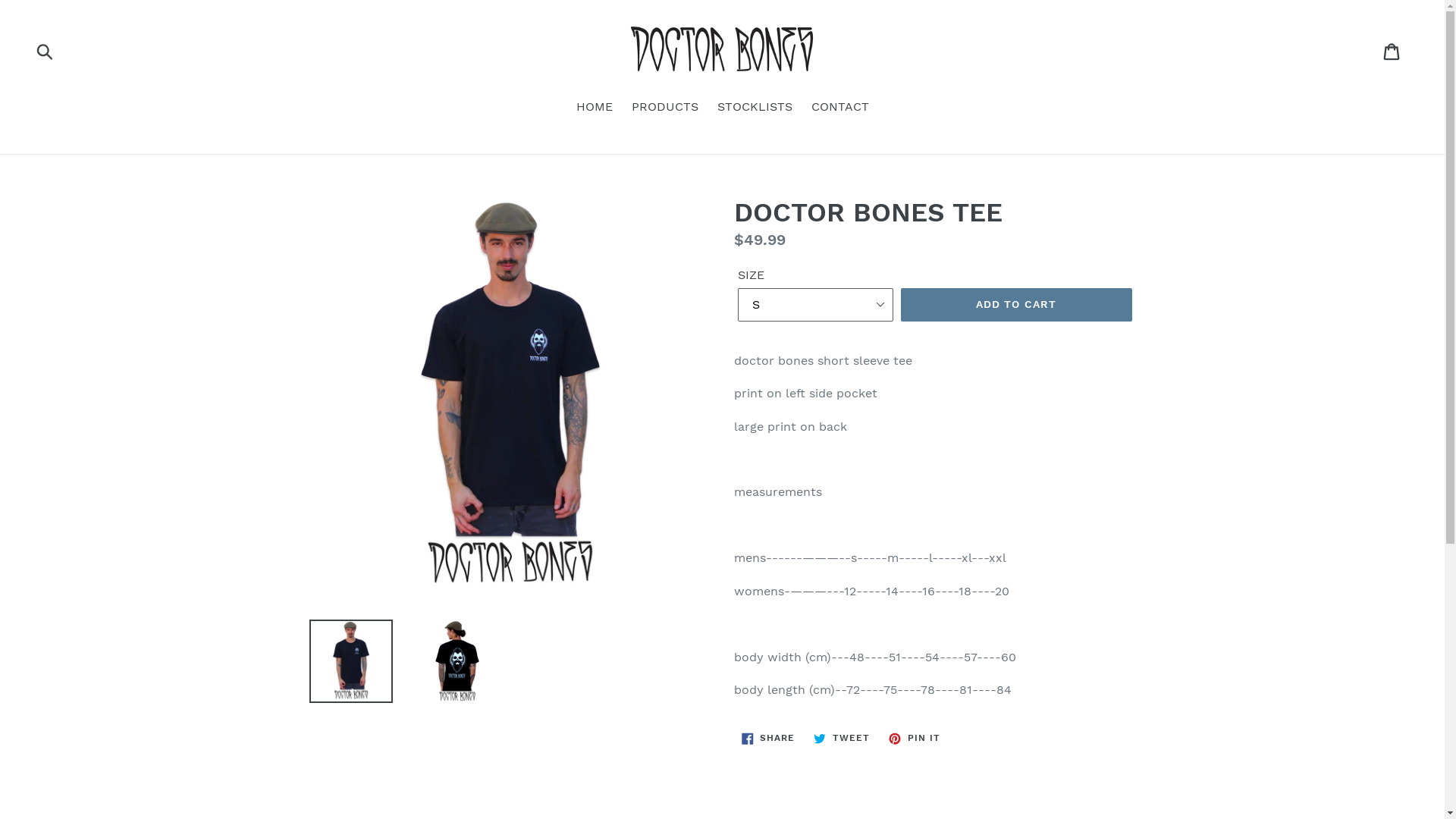  I want to click on 'HOME', so click(593, 107).